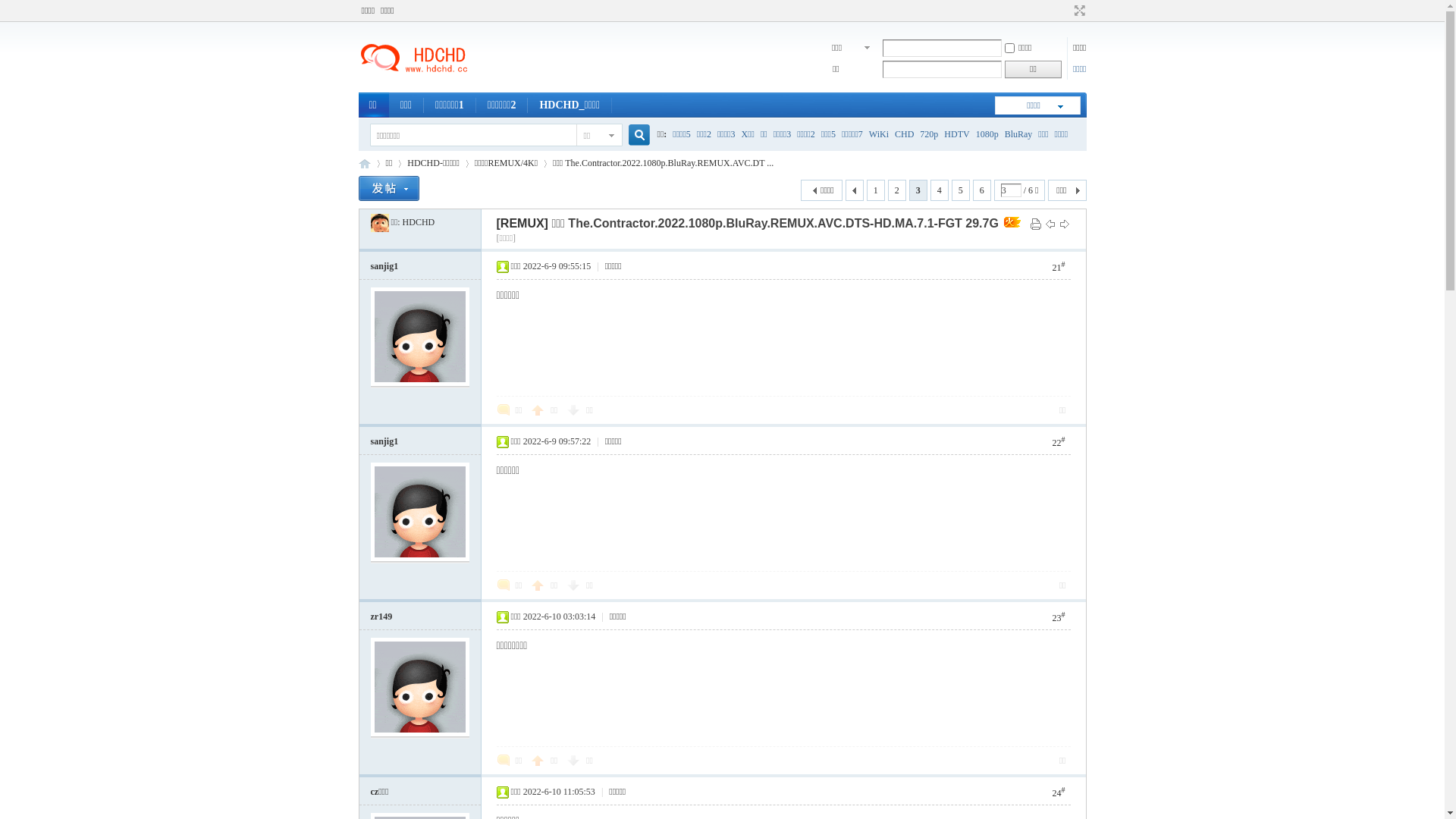 Image resolution: width=1456 pixels, height=819 pixels. I want to click on '21#', so click(1057, 265).